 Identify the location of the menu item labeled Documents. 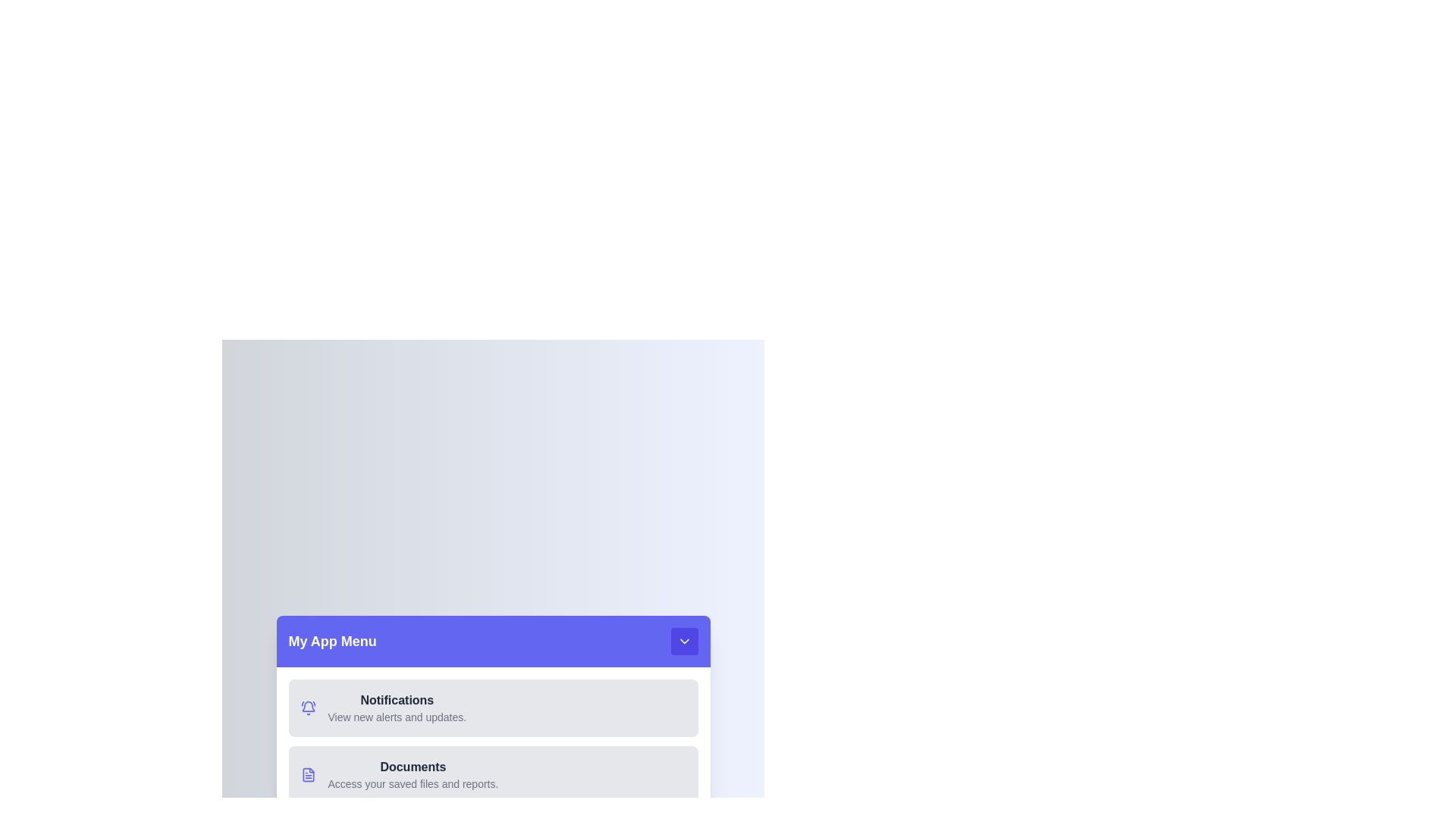
(493, 775).